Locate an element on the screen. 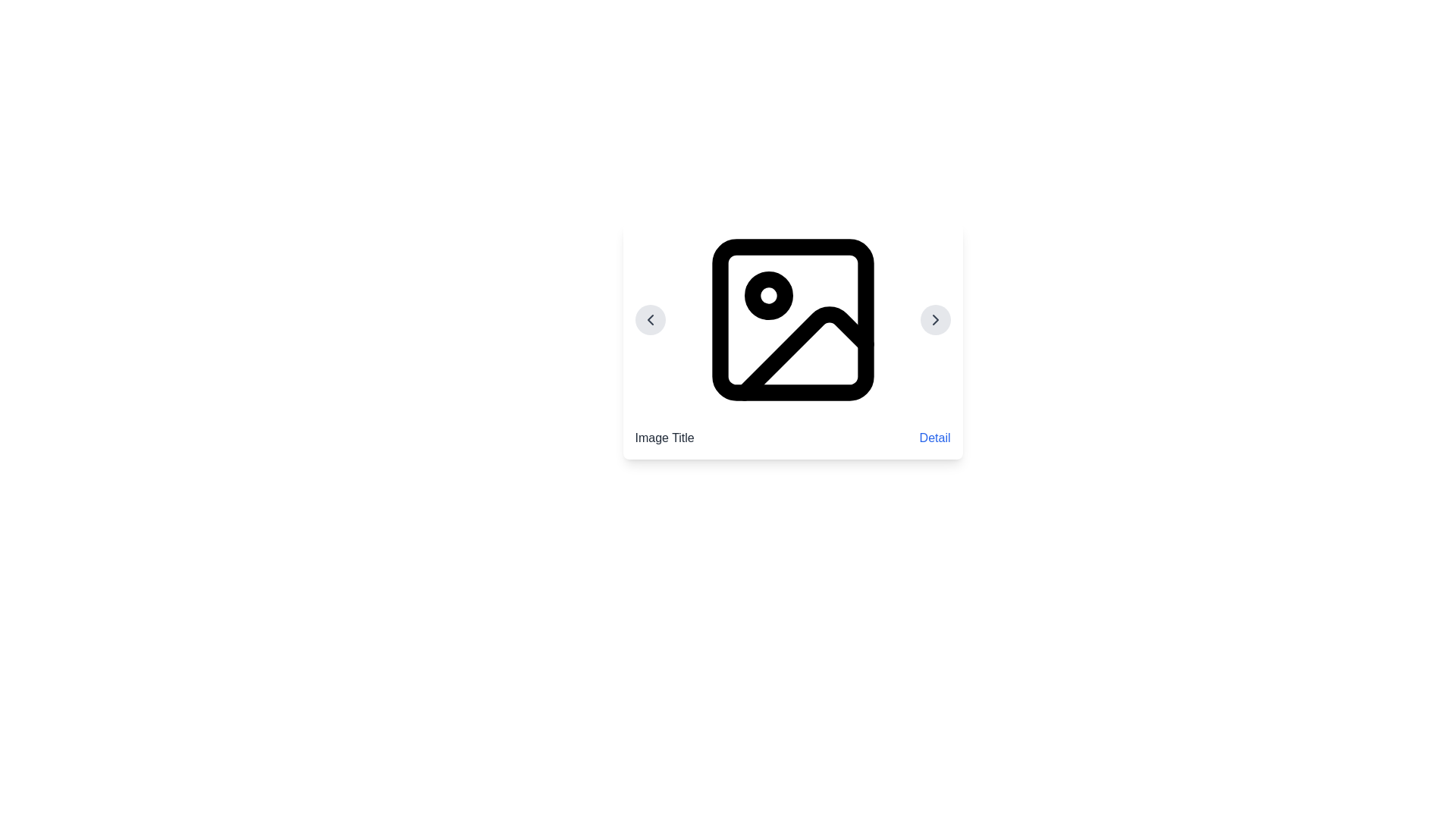 The width and height of the screenshot is (1456, 819). the navigational button located on the right side of the card-like interface component, allowing the user to move to the next item in the sequence or carousel is located at coordinates (934, 318).